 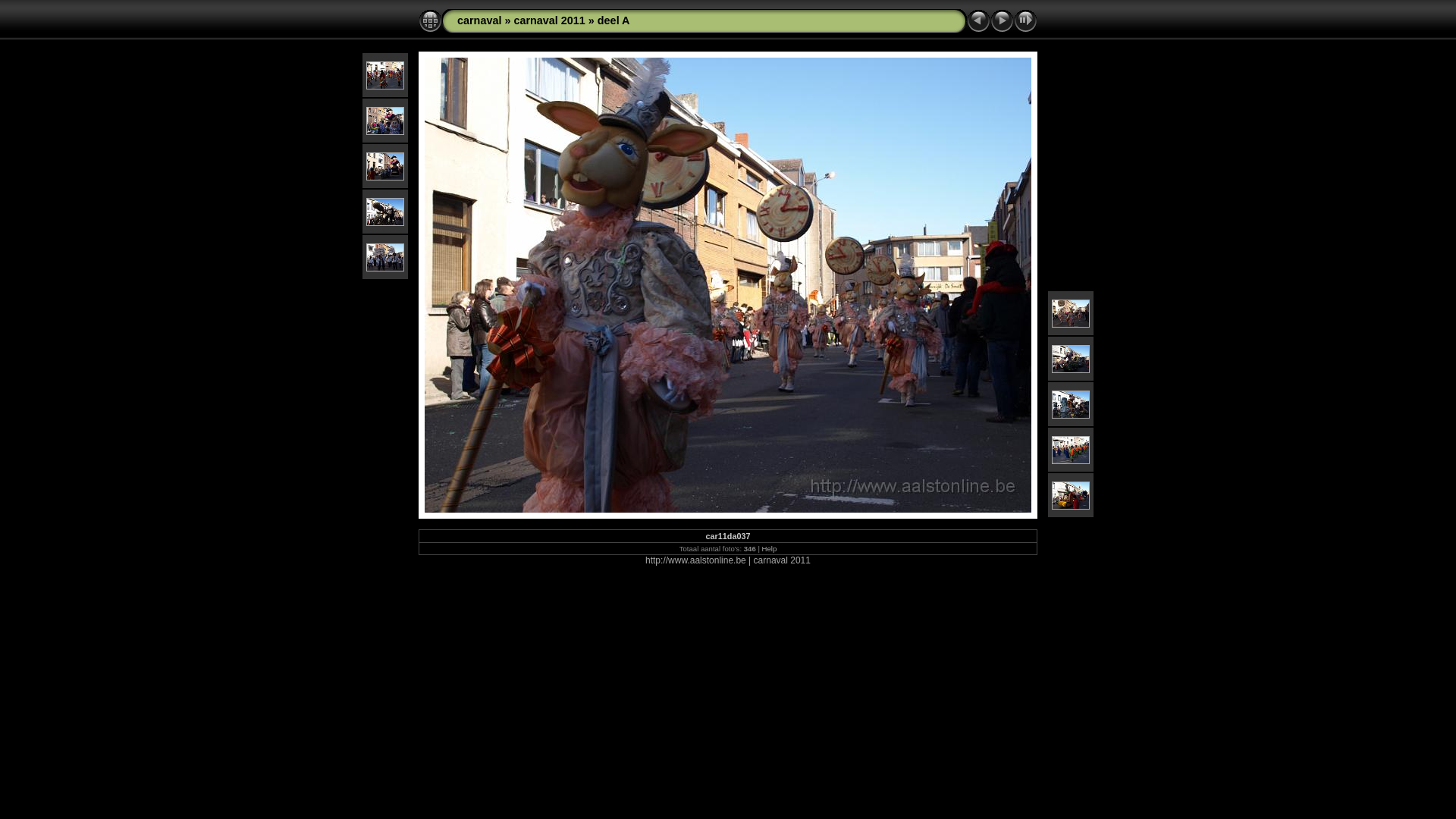 What do you see at coordinates (548, 20) in the screenshot?
I see `'carnaval 2011'` at bounding box center [548, 20].